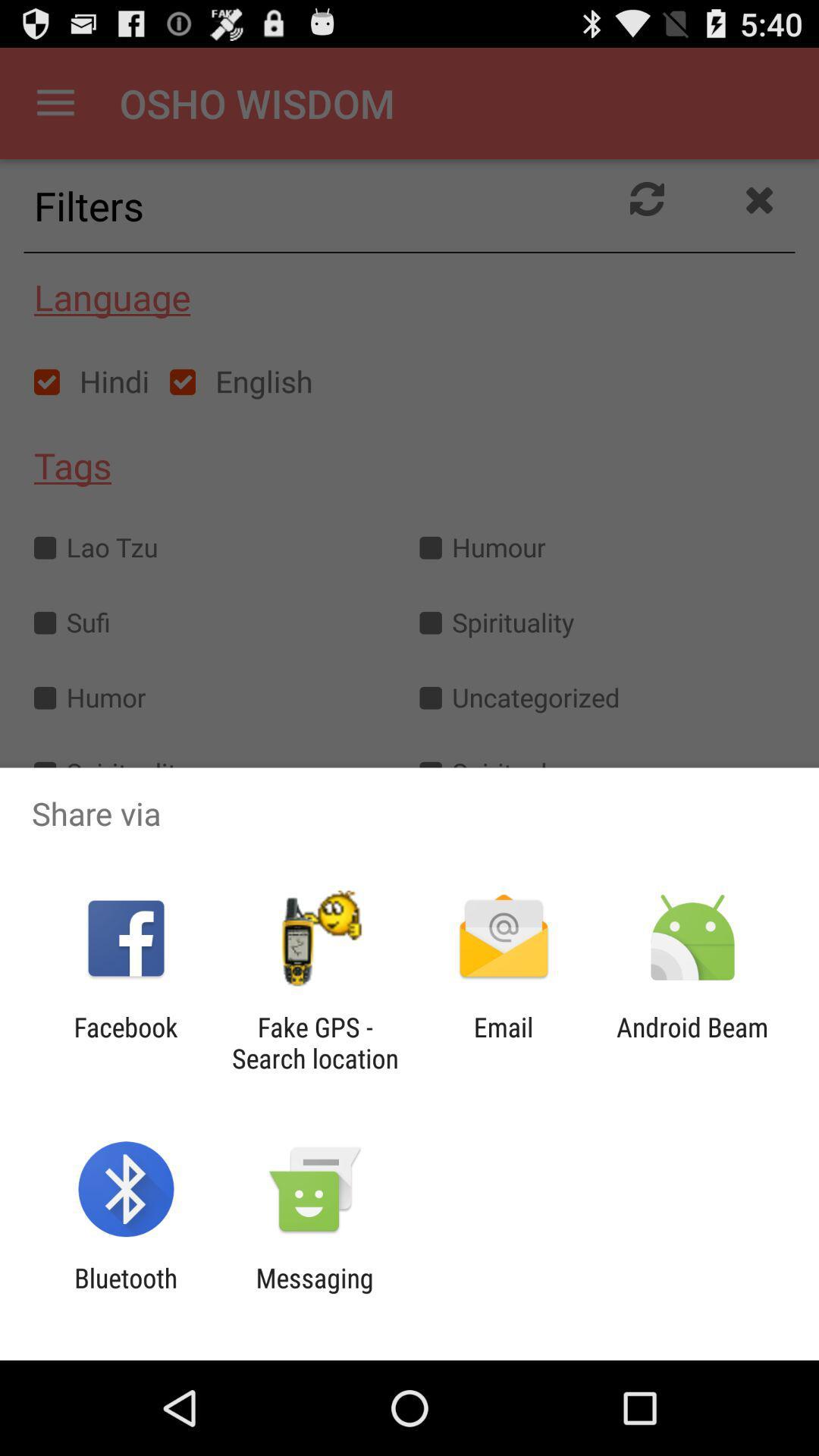 This screenshot has height=1456, width=819. What do you see at coordinates (314, 1042) in the screenshot?
I see `the fake gps search` at bounding box center [314, 1042].